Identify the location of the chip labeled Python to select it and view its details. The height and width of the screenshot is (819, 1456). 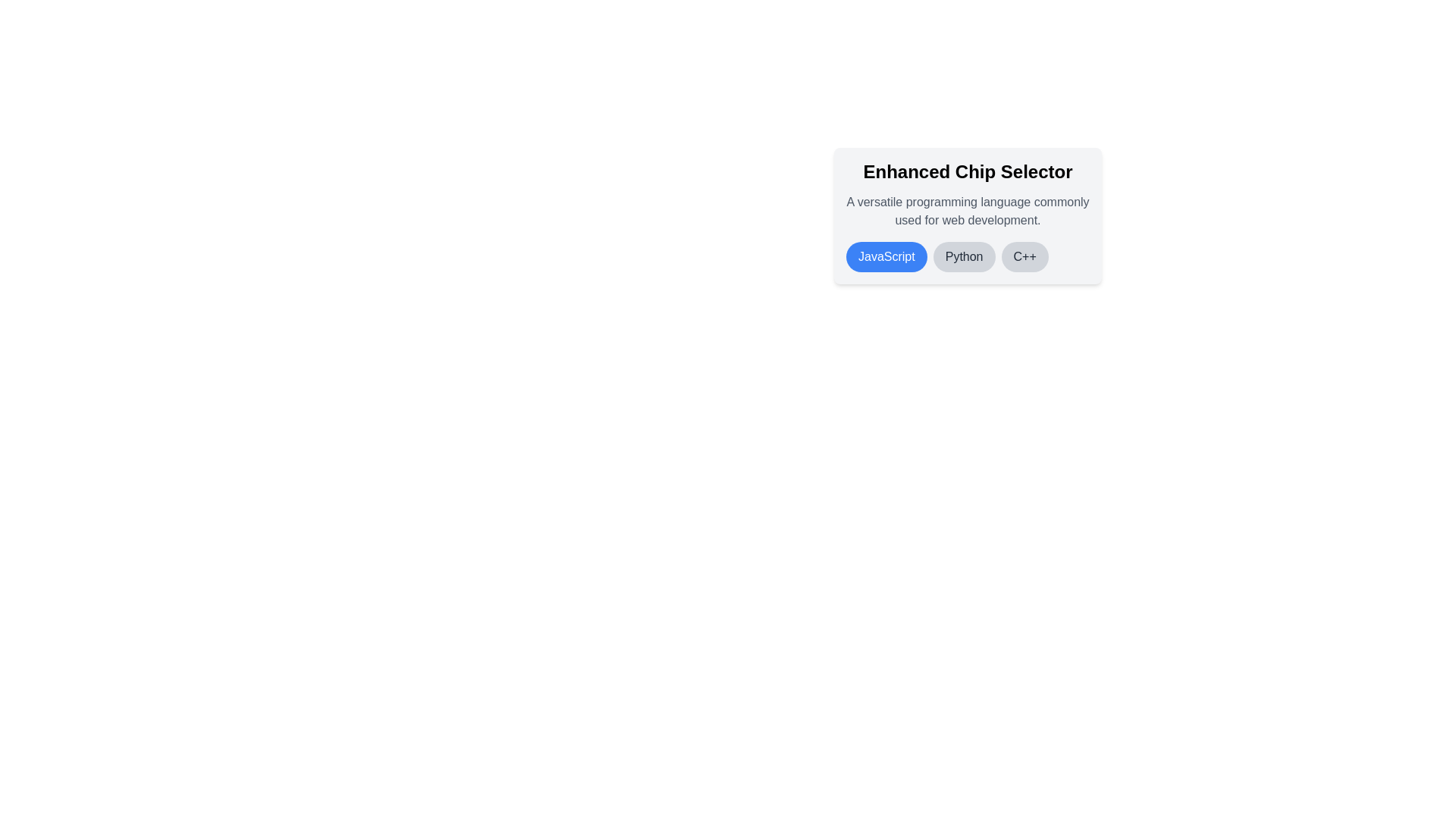
(963, 256).